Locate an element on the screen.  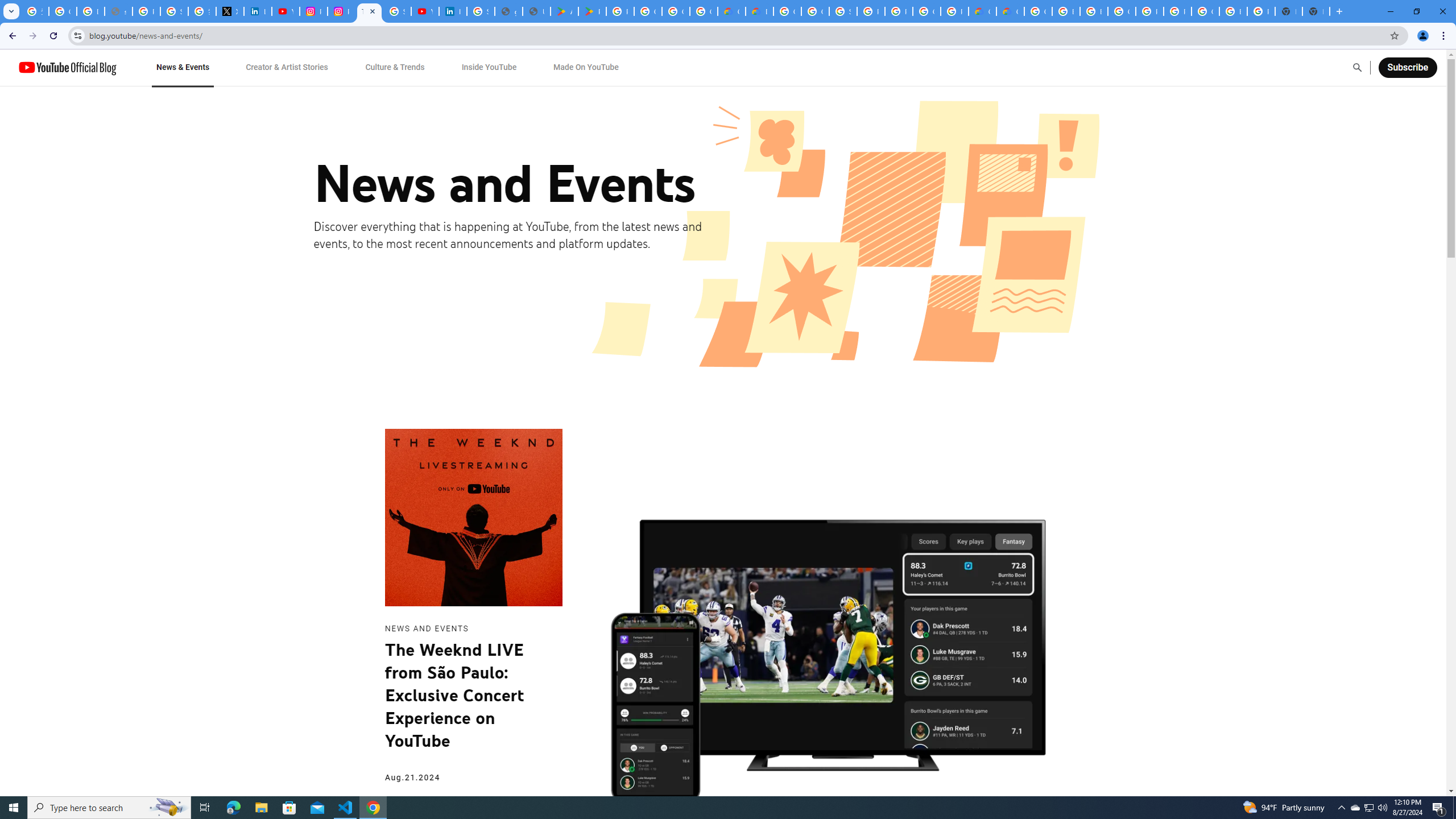
'Subscribe' is located at coordinates (1407, 67).